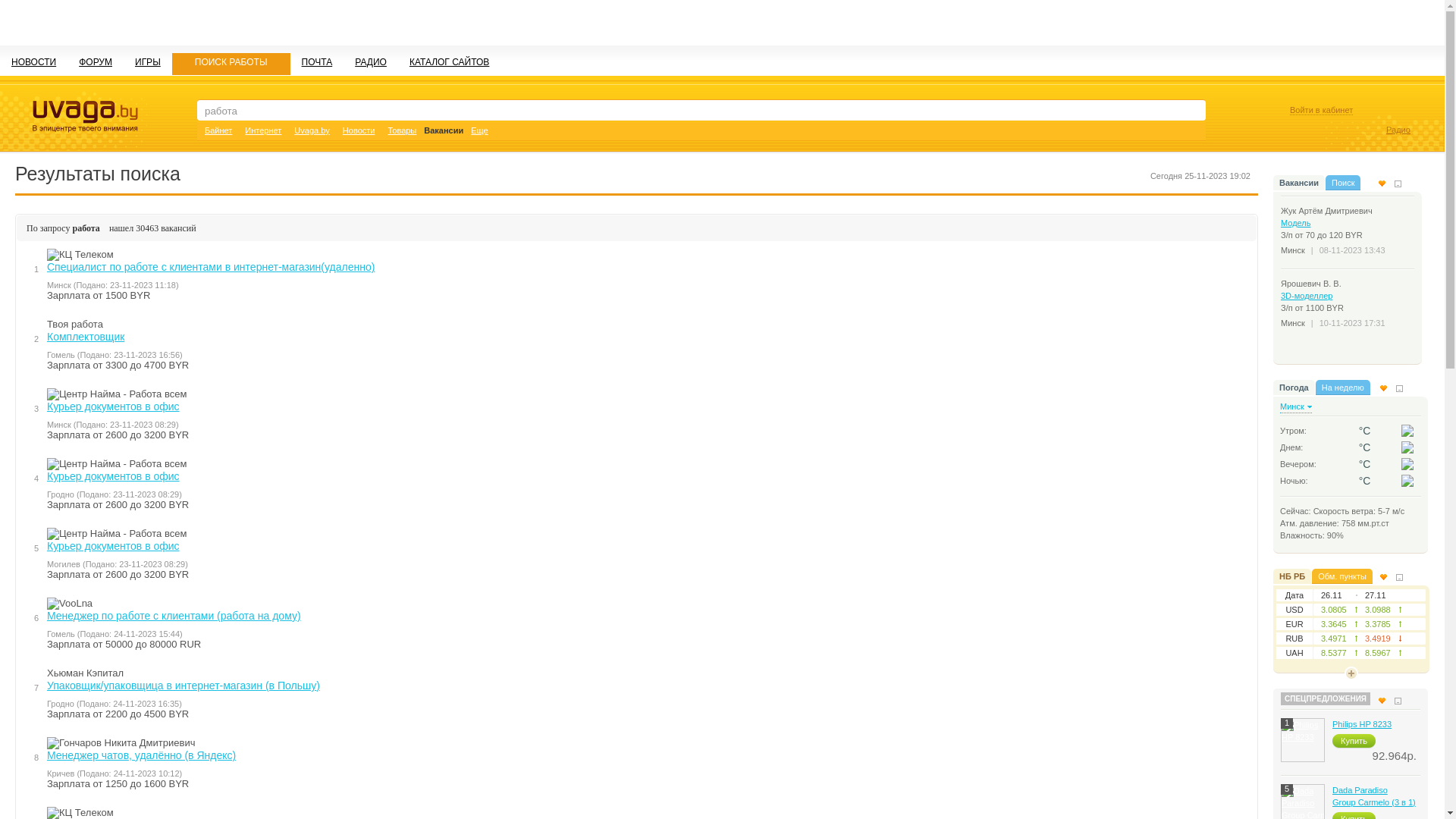 The width and height of the screenshot is (1456, 819). Describe the element at coordinates (311, 130) in the screenshot. I see `'Uvaga.by'` at that location.